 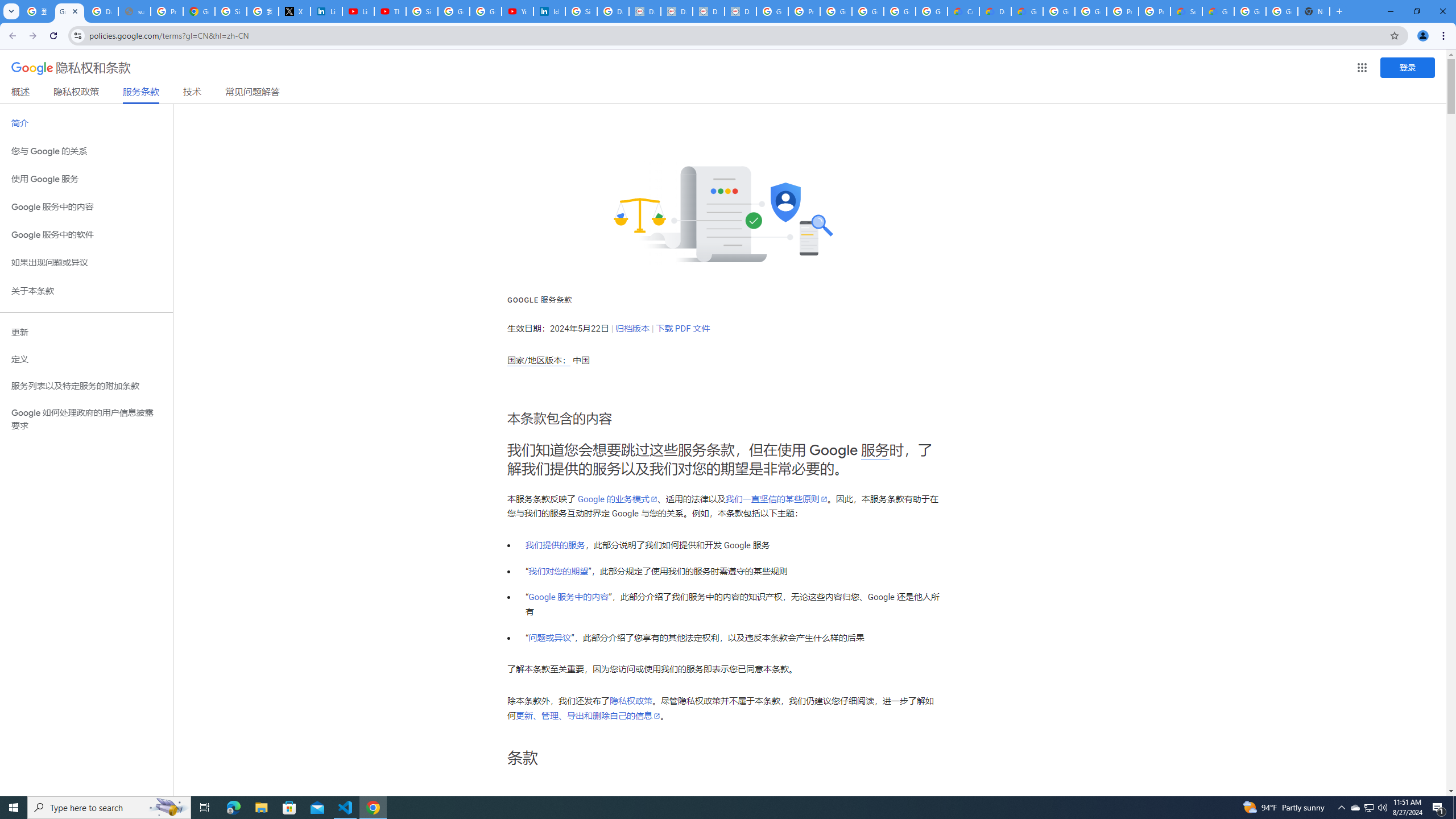 What do you see at coordinates (1059, 11) in the screenshot?
I see `'Google Cloud Platform'` at bounding box center [1059, 11].